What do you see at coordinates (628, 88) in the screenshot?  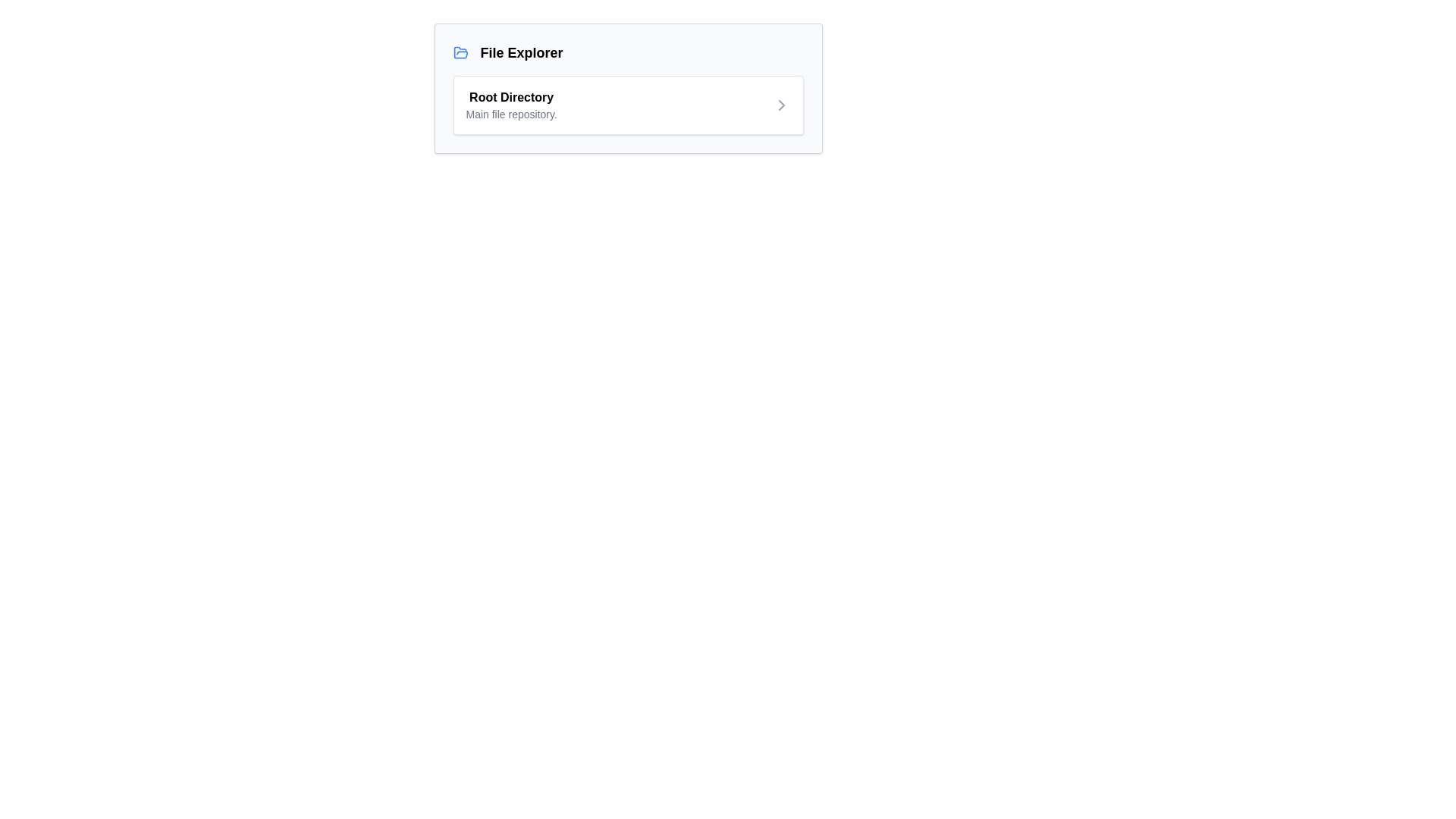 I see `the main card representing the 'Root Directory' in the File Explorer interface` at bounding box center [628, 88].